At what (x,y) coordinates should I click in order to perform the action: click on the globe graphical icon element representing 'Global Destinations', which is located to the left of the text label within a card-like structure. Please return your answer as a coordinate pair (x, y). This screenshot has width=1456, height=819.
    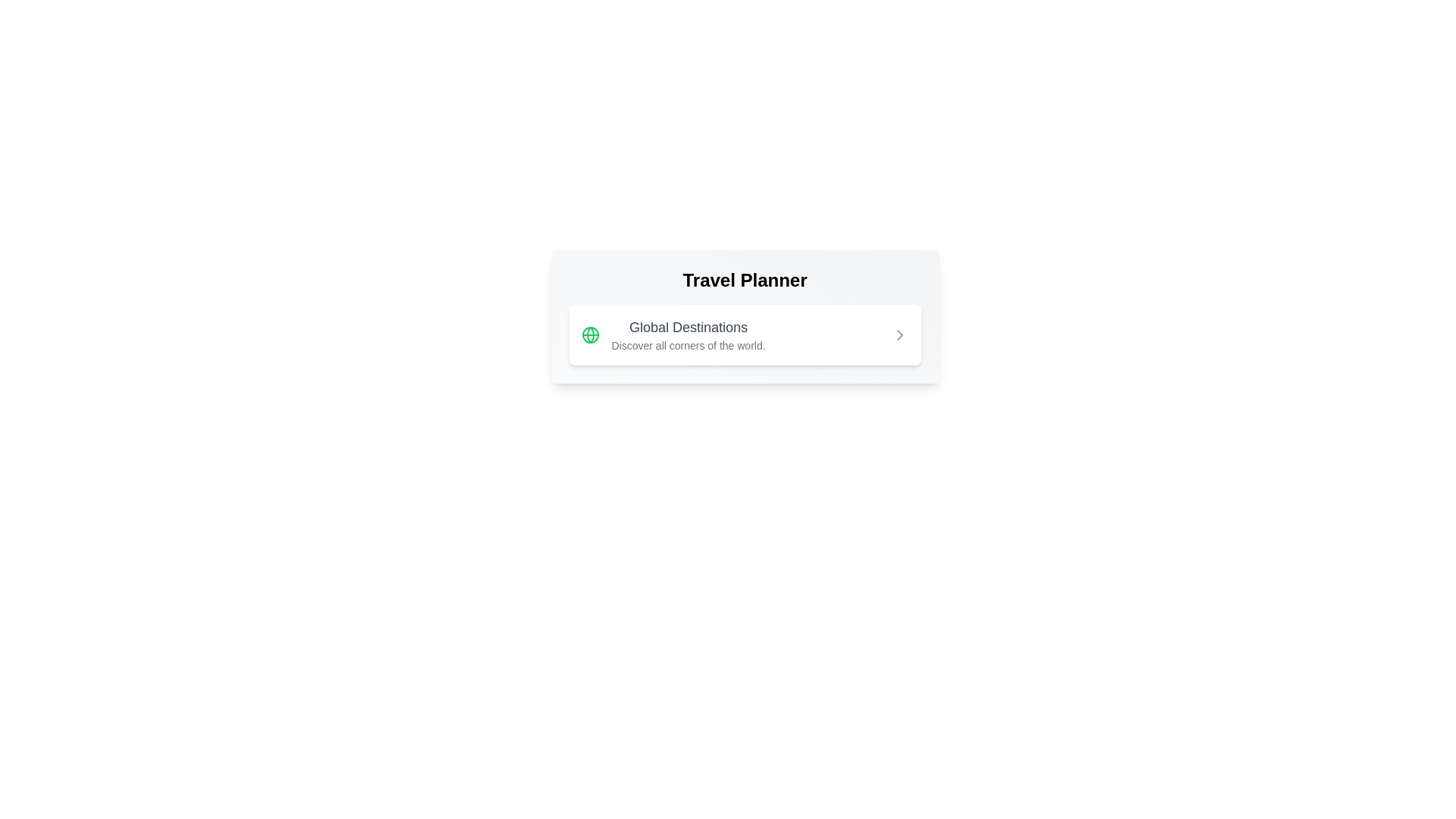
    Looking at the image, I should click on (589, 334).